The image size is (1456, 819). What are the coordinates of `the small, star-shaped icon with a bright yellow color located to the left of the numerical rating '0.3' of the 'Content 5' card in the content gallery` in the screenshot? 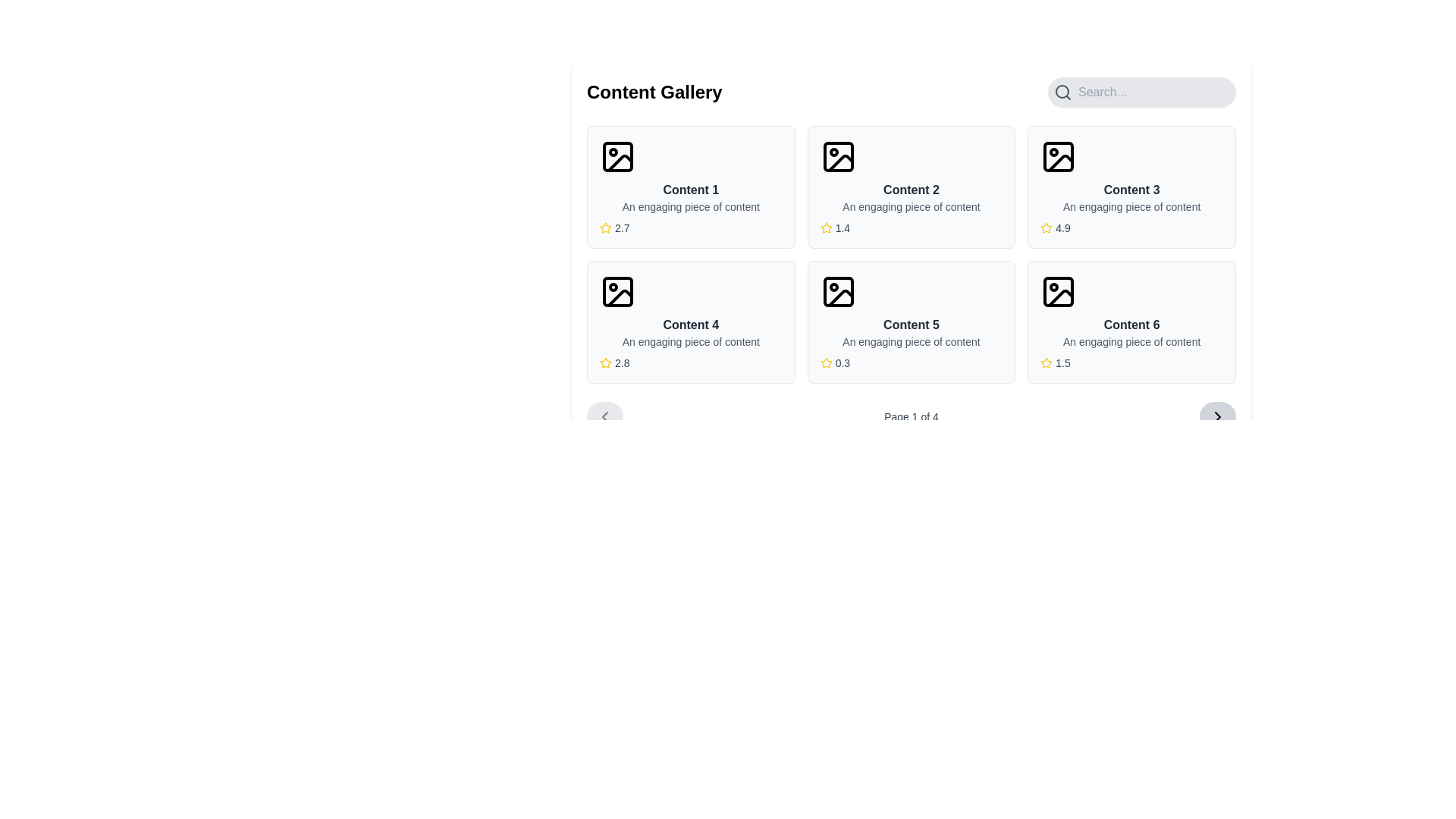 It's located at (825, 362).